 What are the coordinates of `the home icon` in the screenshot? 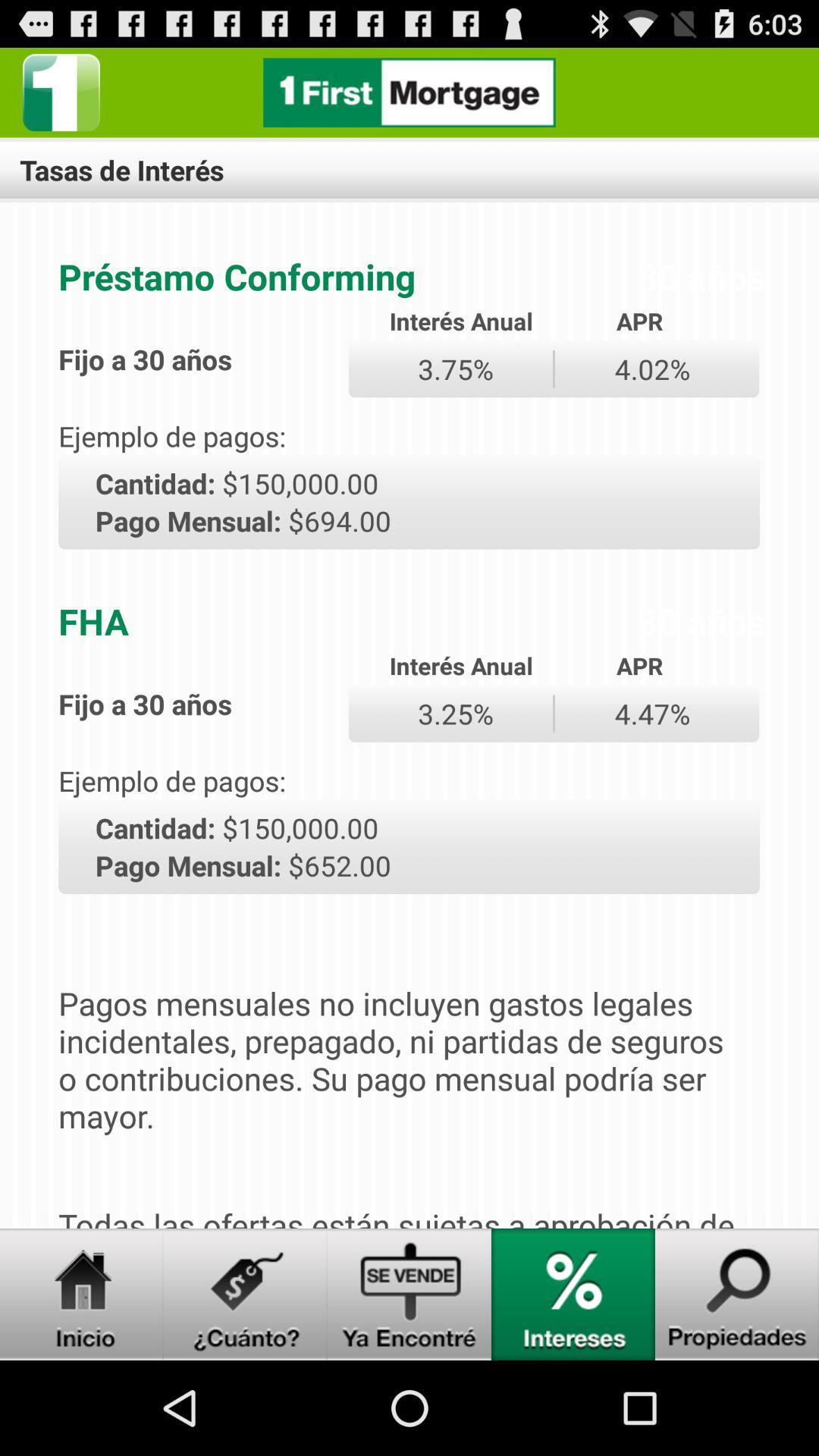 It's located at (82, 1385).